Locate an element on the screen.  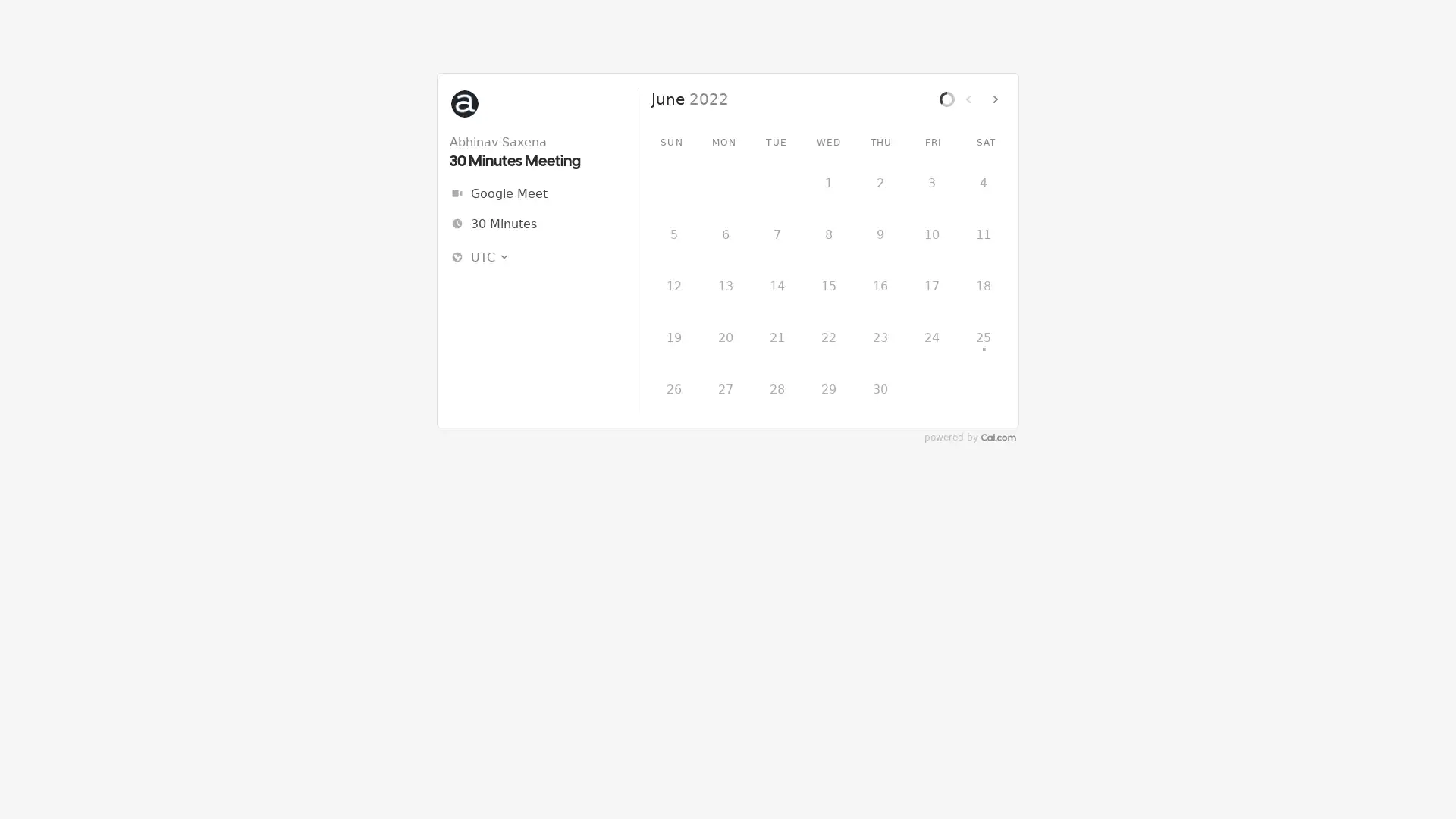
7 is located at coordinates (777, 234).